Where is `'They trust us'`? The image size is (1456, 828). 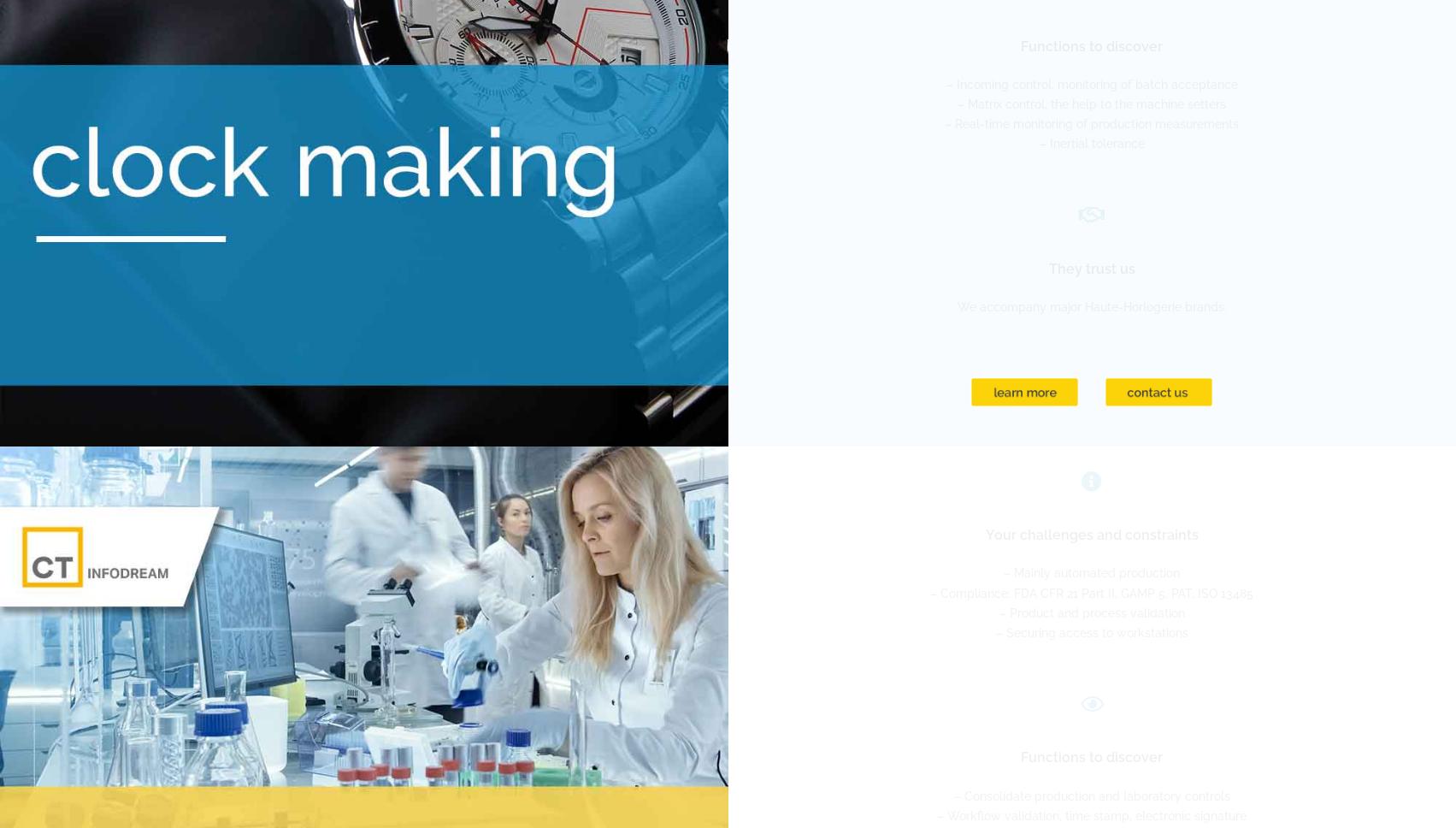
'They trust us' is located at coordinates (1090, 267).